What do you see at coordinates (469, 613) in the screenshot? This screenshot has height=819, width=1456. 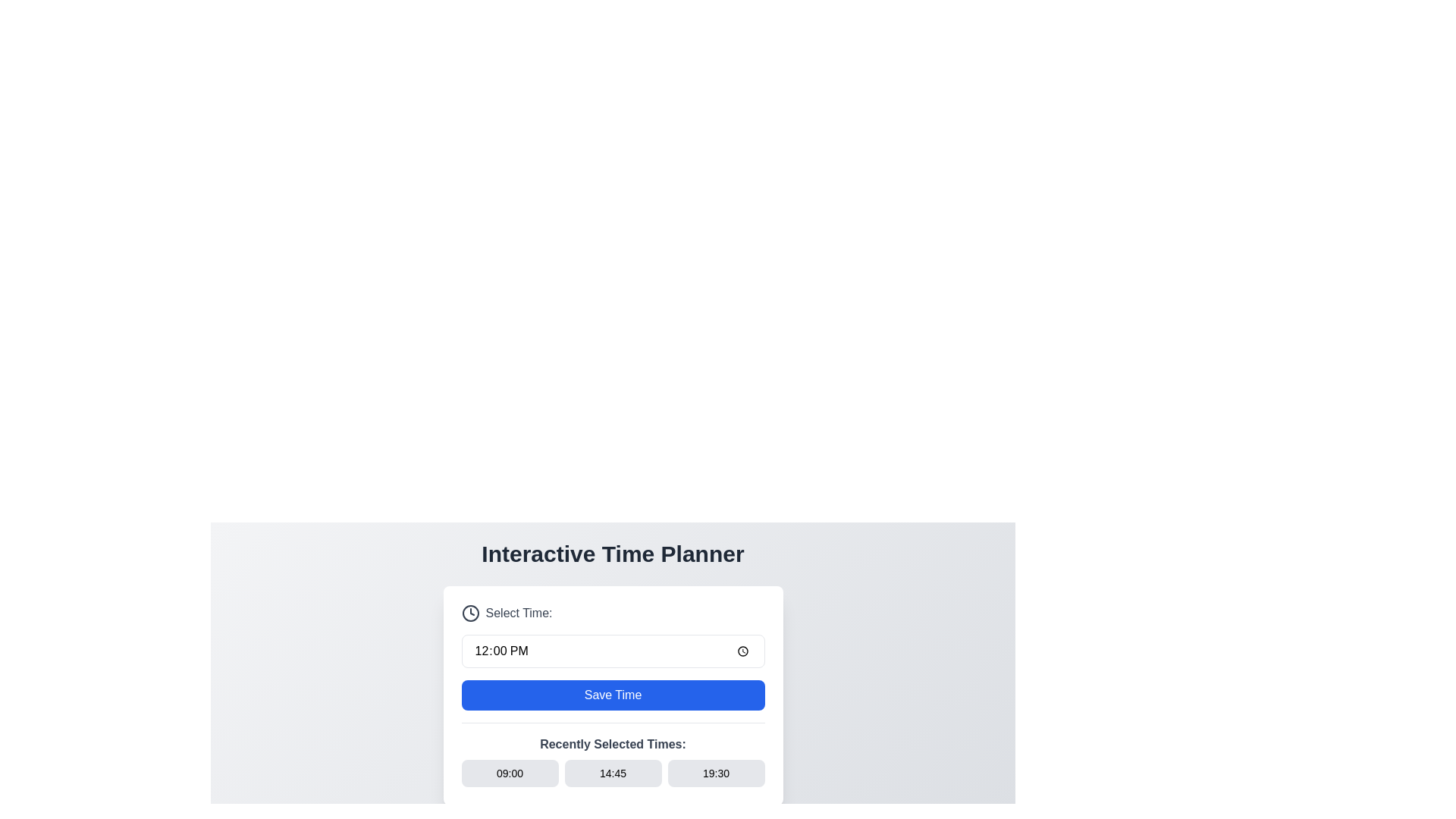 I see `the clock icon, which is a gray outlined SVG graphic located to the left of the 'Select Time:' label in the upper section of the dialog box` at bounding box center [469, 613].